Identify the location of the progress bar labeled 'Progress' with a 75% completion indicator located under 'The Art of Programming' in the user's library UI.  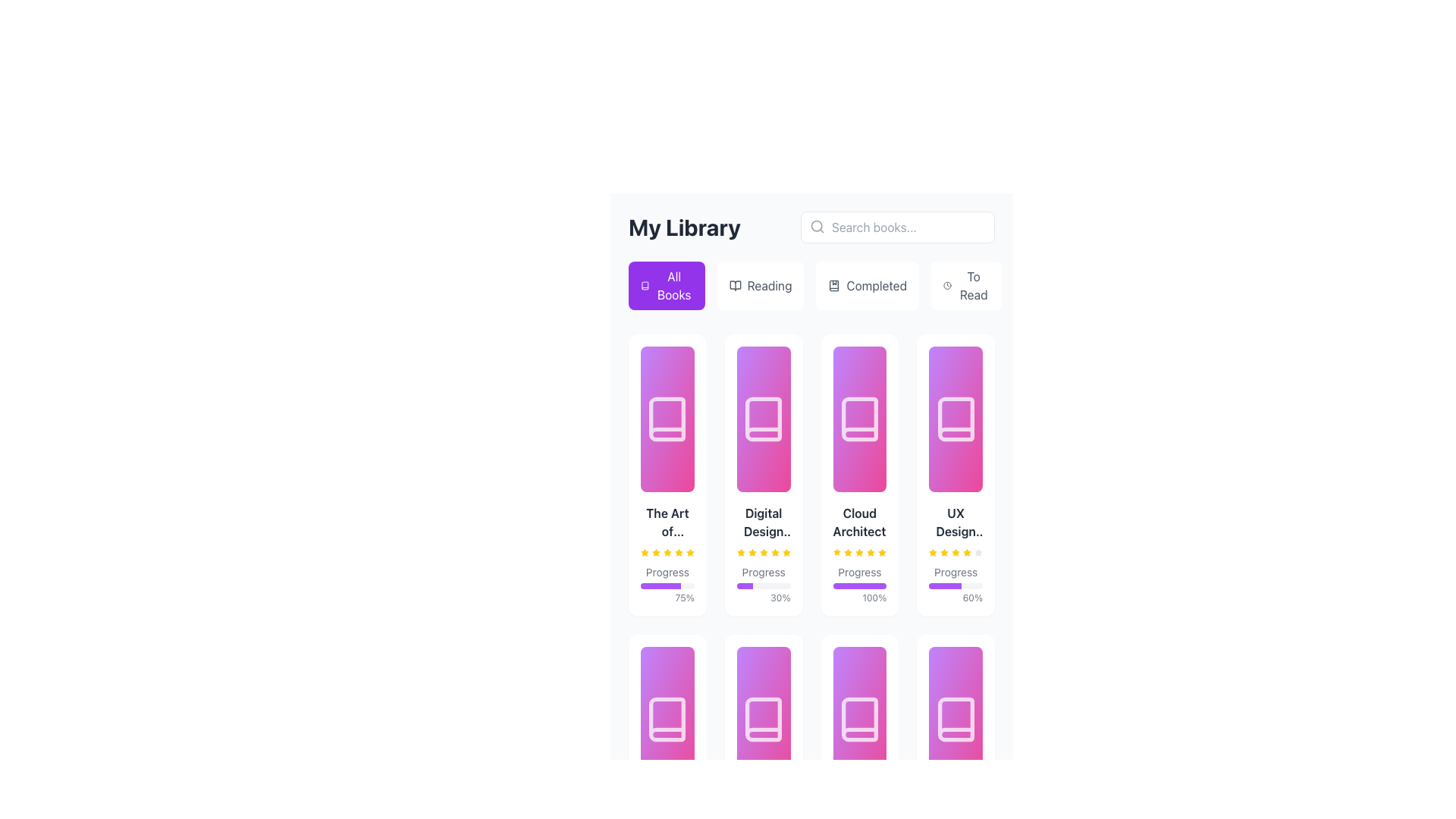
(667, 554).